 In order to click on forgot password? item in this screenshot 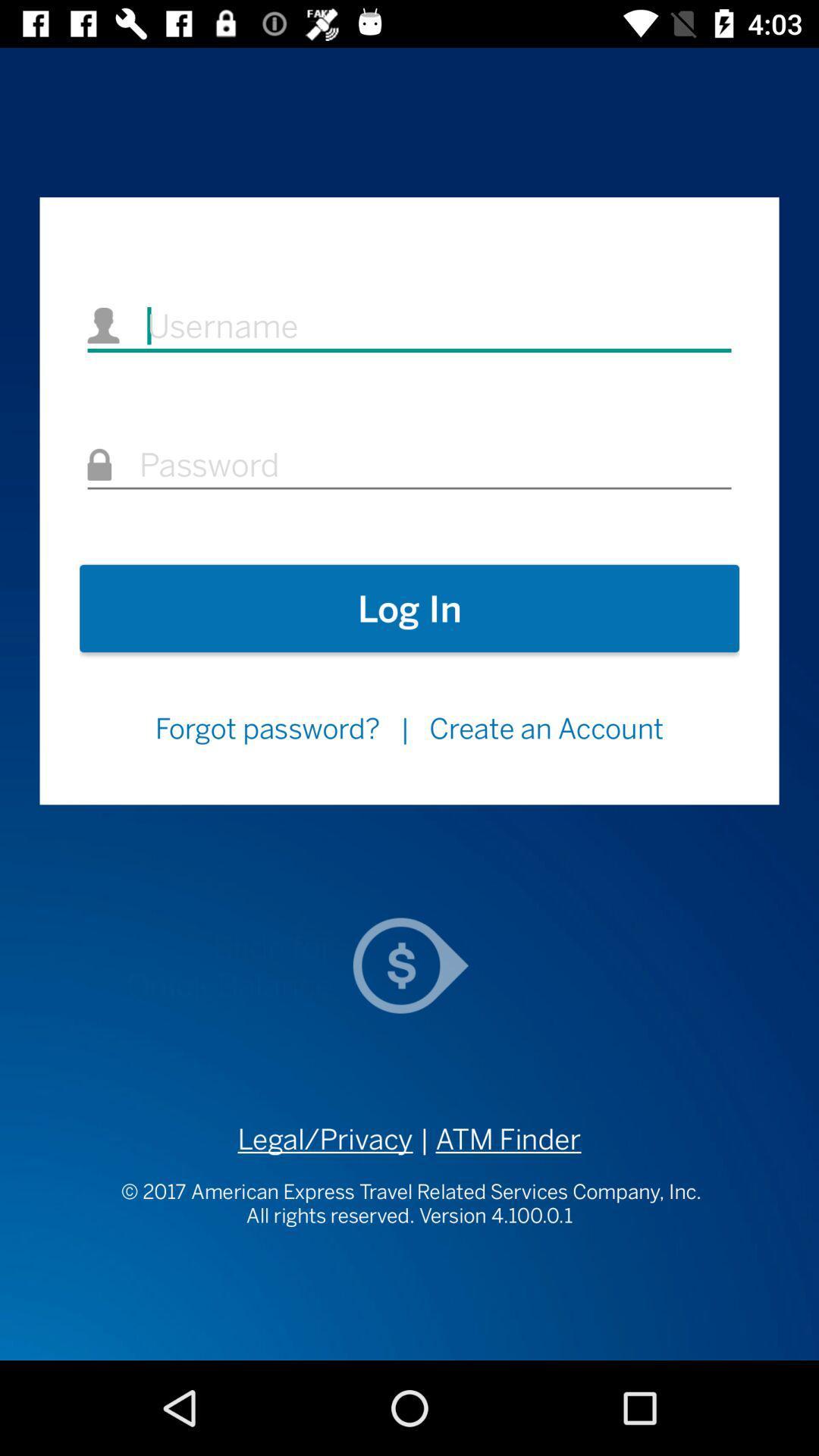, I will do `click(266, 728)`.